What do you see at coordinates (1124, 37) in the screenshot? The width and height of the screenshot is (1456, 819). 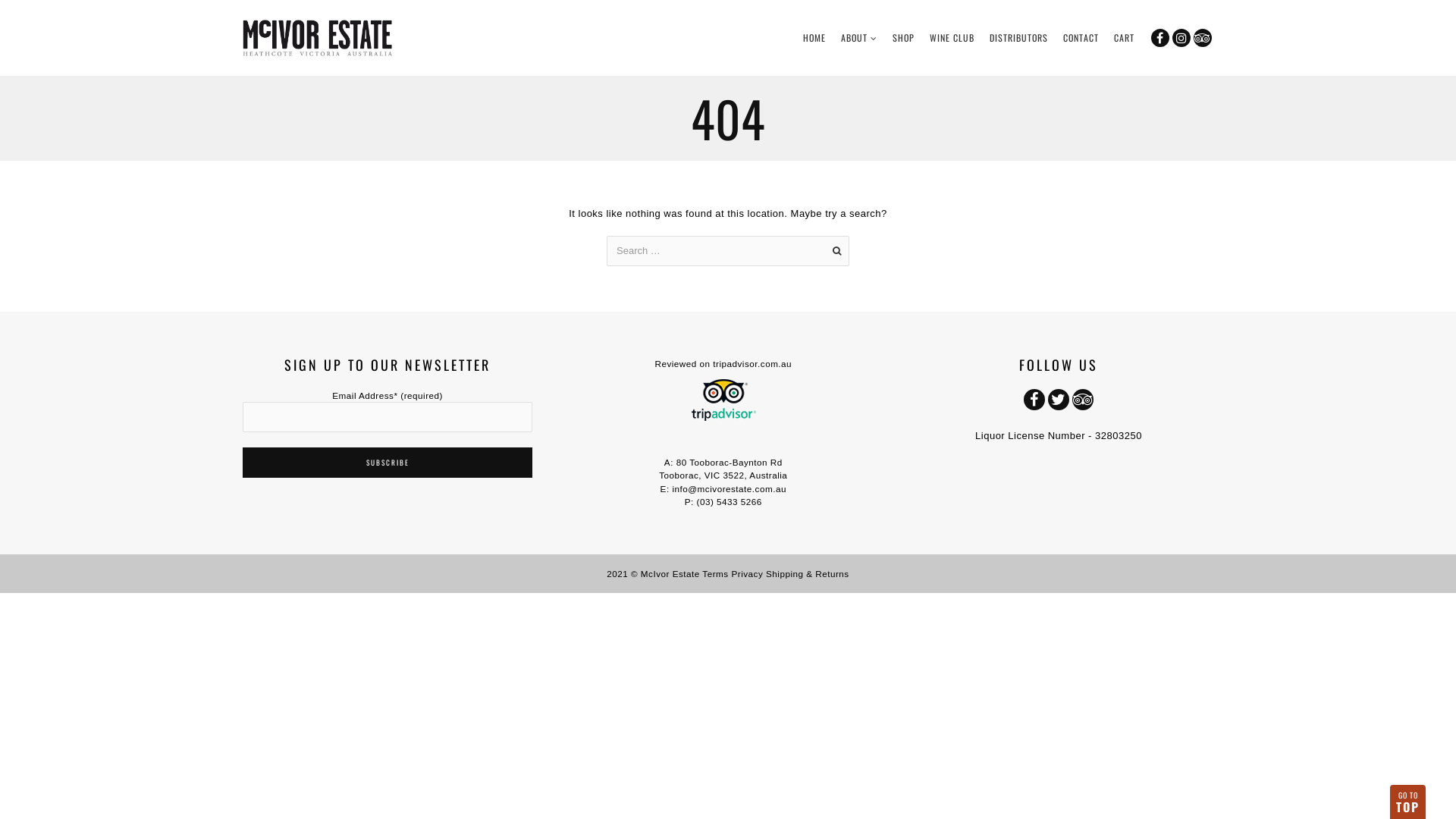 I see `'CART'` at bounding box center [1124, 37].